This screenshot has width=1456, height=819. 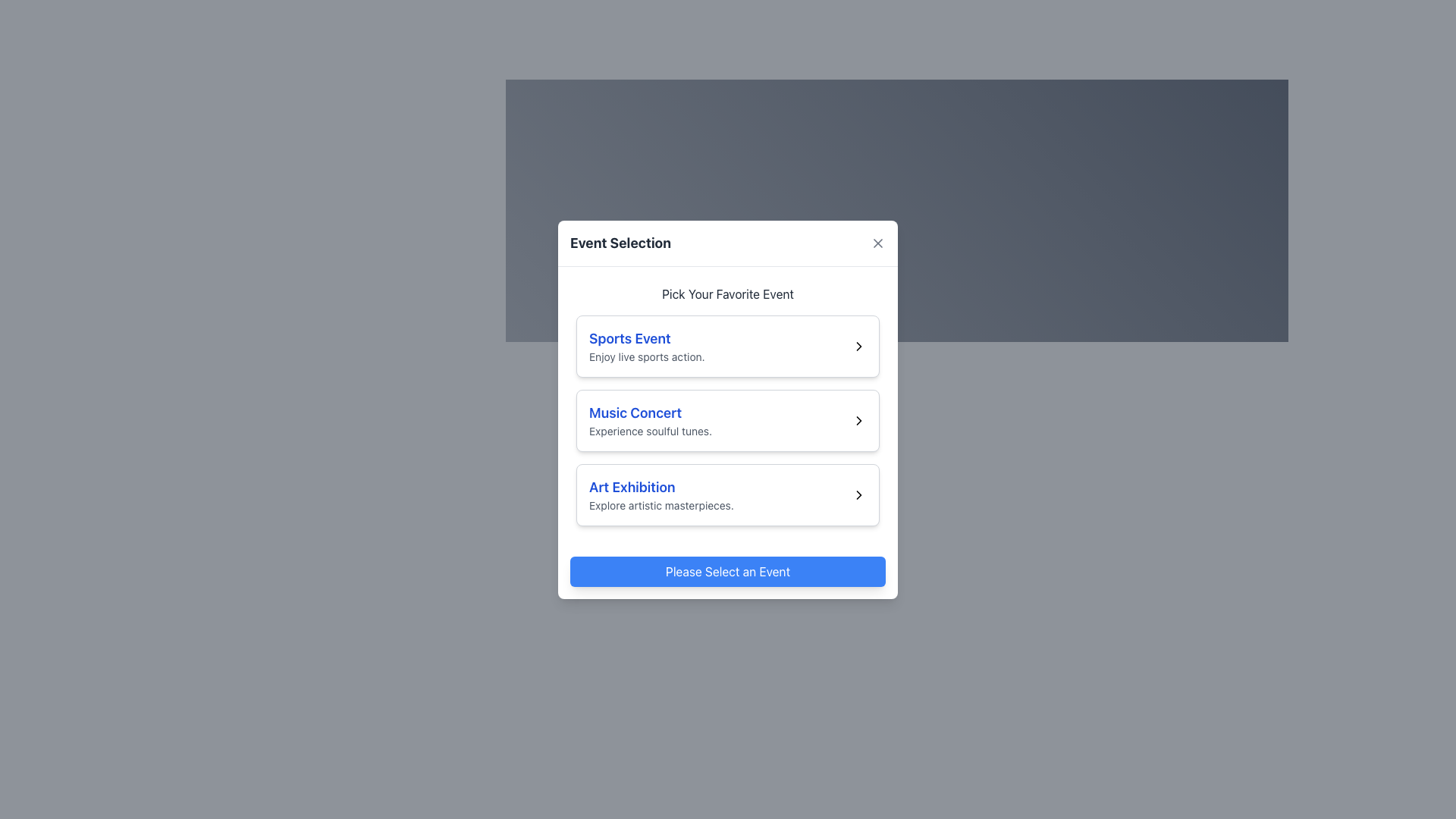 What do you see at coordinates (858, 494) in the screenshot?
I see `the right-facing chevron icon within the 'Art Exhibition' list item` at bounding box center [858, 494].